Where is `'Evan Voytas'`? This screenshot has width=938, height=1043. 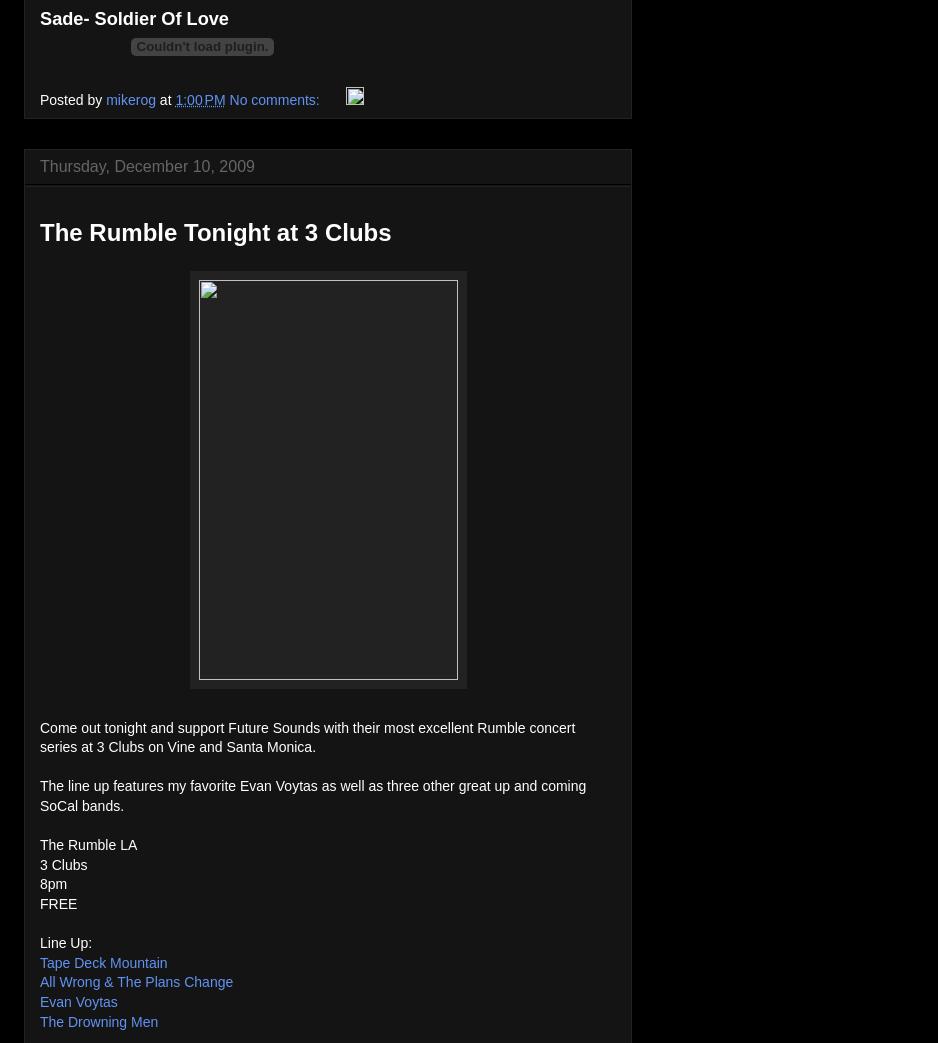 'Evan Voytas' is located at coordinates (78, 1002).